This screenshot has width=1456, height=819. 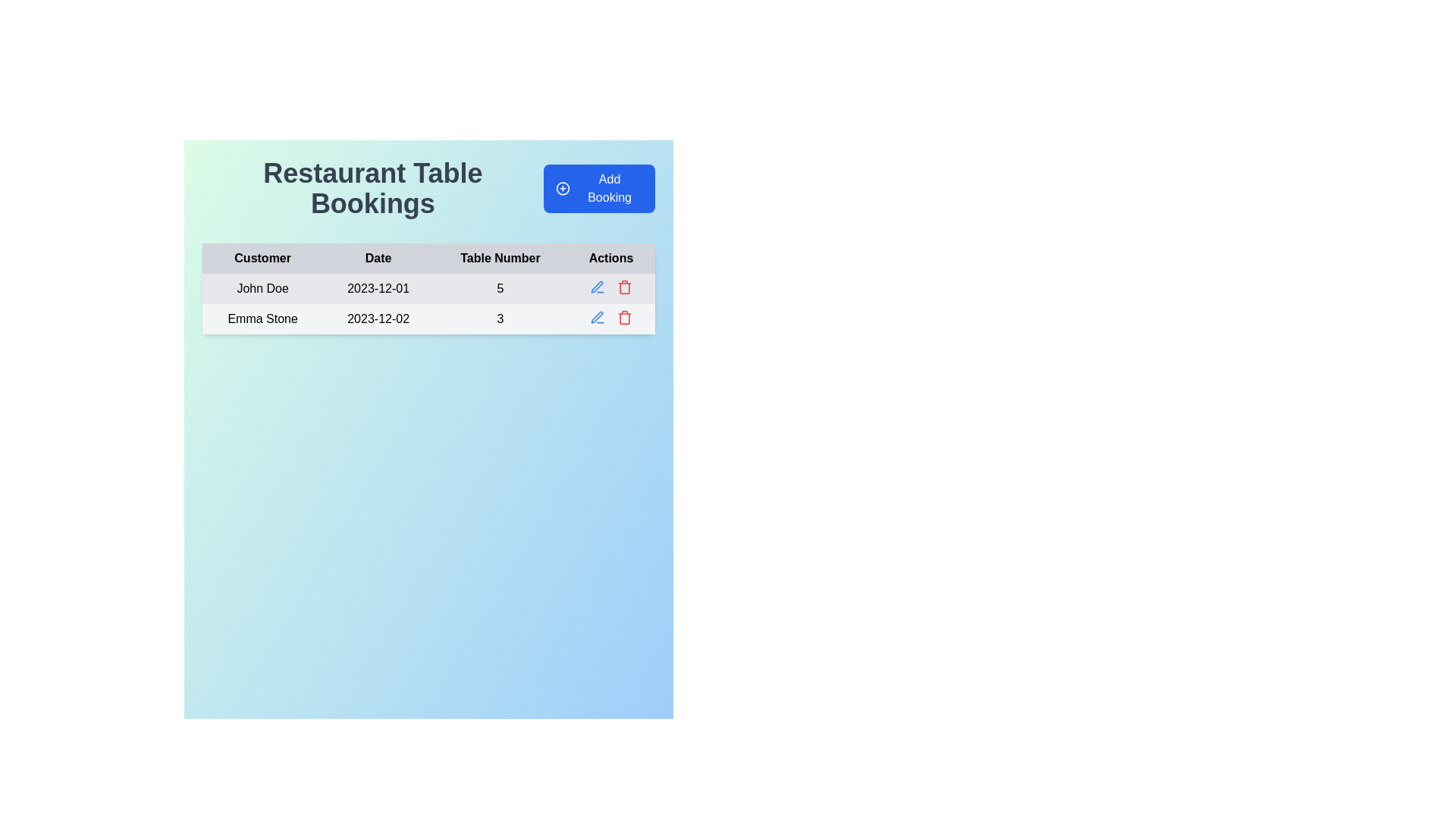 What do you see at coordinates (500, 318) in the screenshot?
I see `numeric text '3' located in the second row and third column of the table, which is styled in a simple font and centered within a light gray rectangular cell` at bounding box center [500, 318].